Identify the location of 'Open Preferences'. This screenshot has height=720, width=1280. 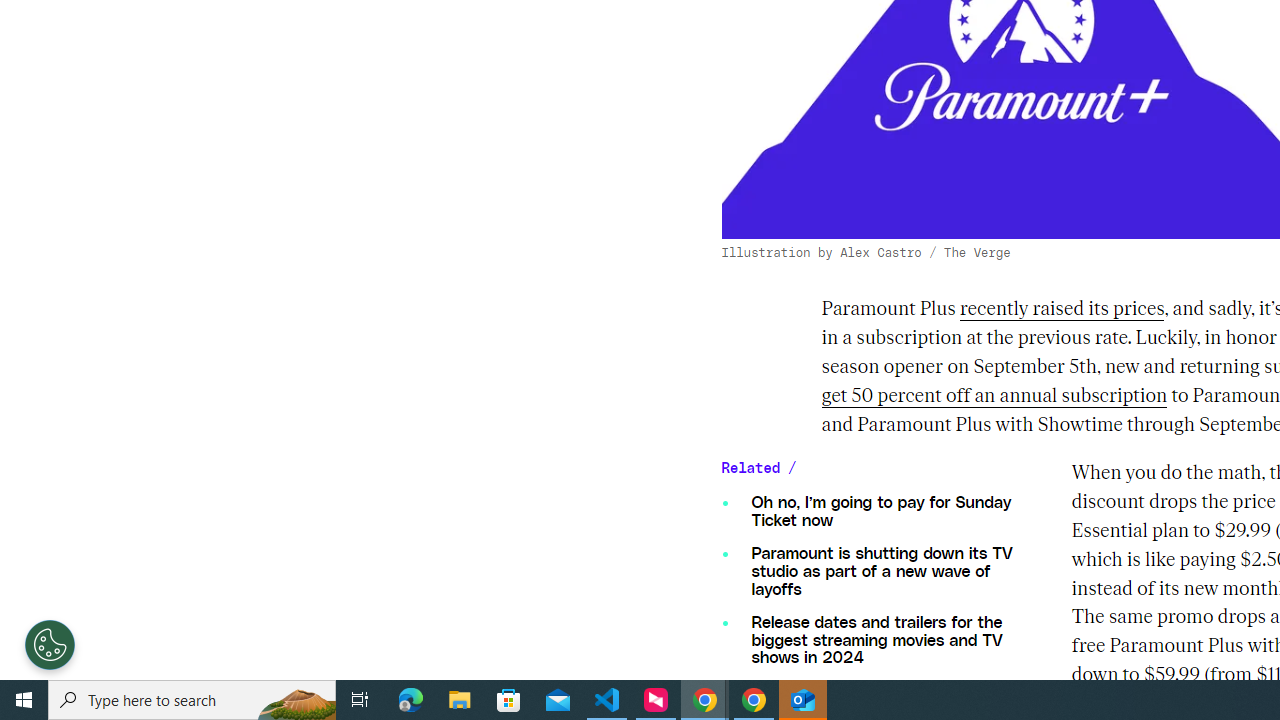
(50, 645).